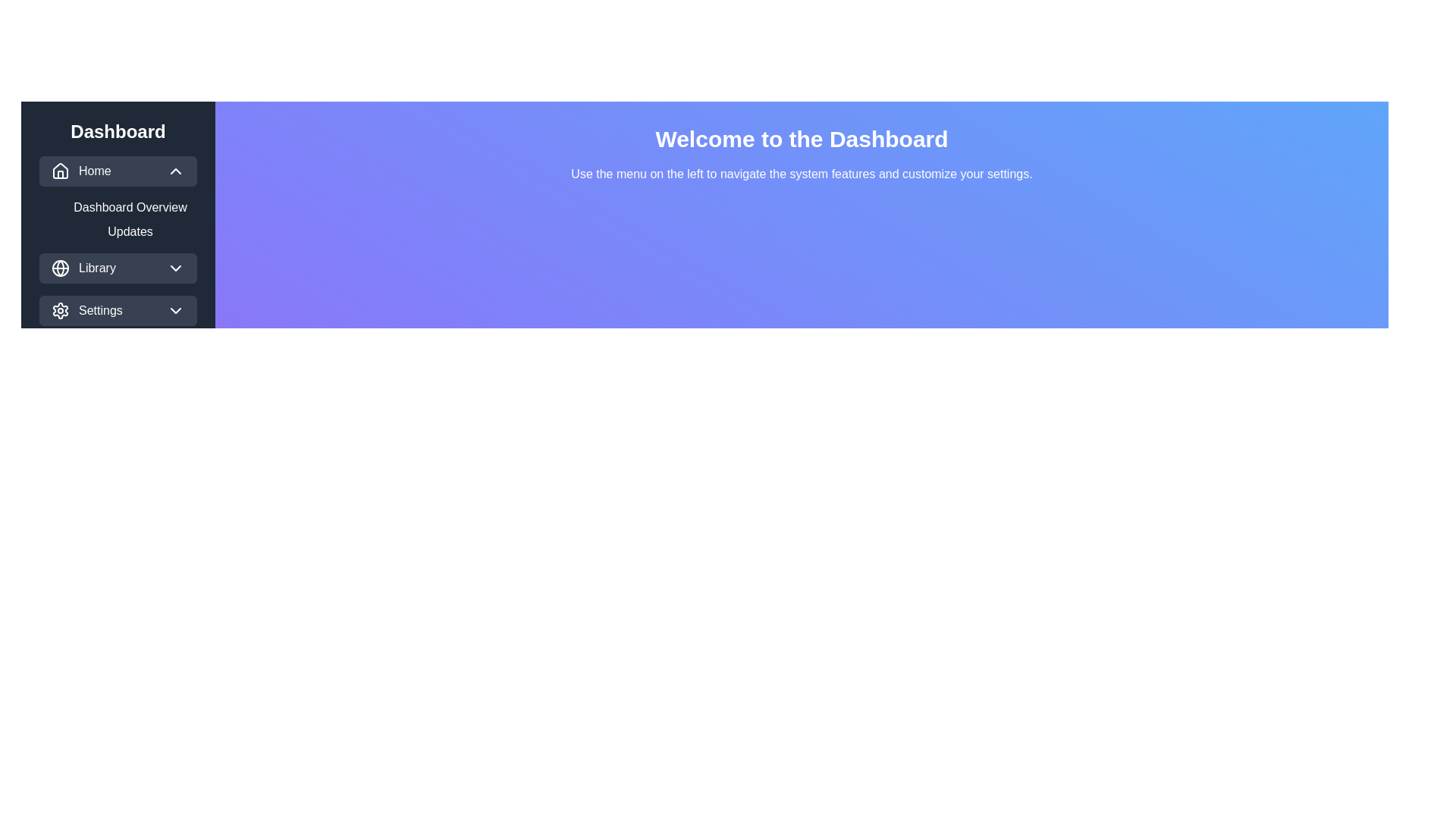 The width and height of the screenshot is (1456, 819). I want to click on the static text element that provides instructions for navigating the dashboard interface, located below the 'Welcome to the Dashboard' heading, so click(801, 174).